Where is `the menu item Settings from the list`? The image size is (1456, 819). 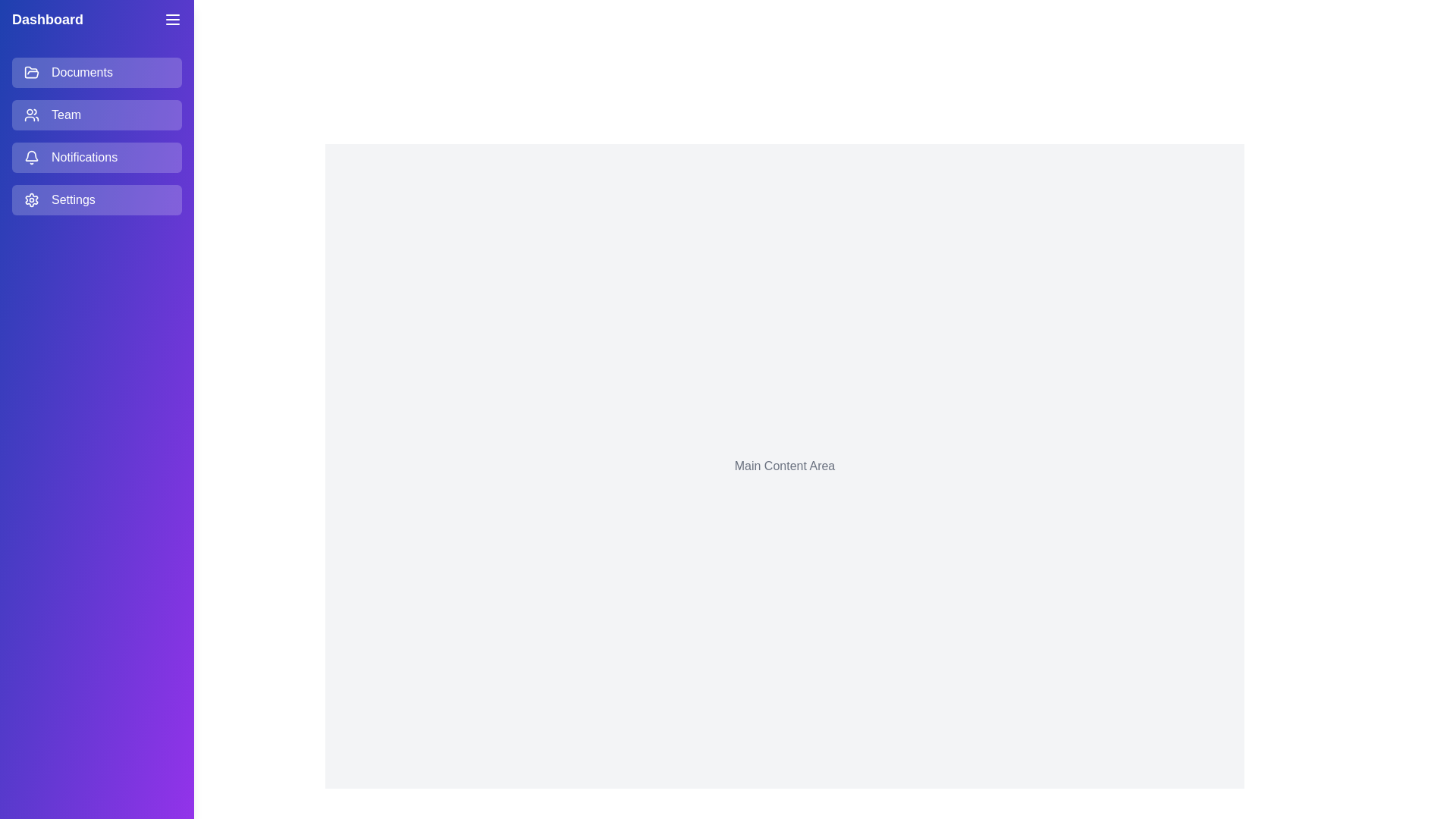 the menu item Settings from the list is located at coordinates (96, 199).